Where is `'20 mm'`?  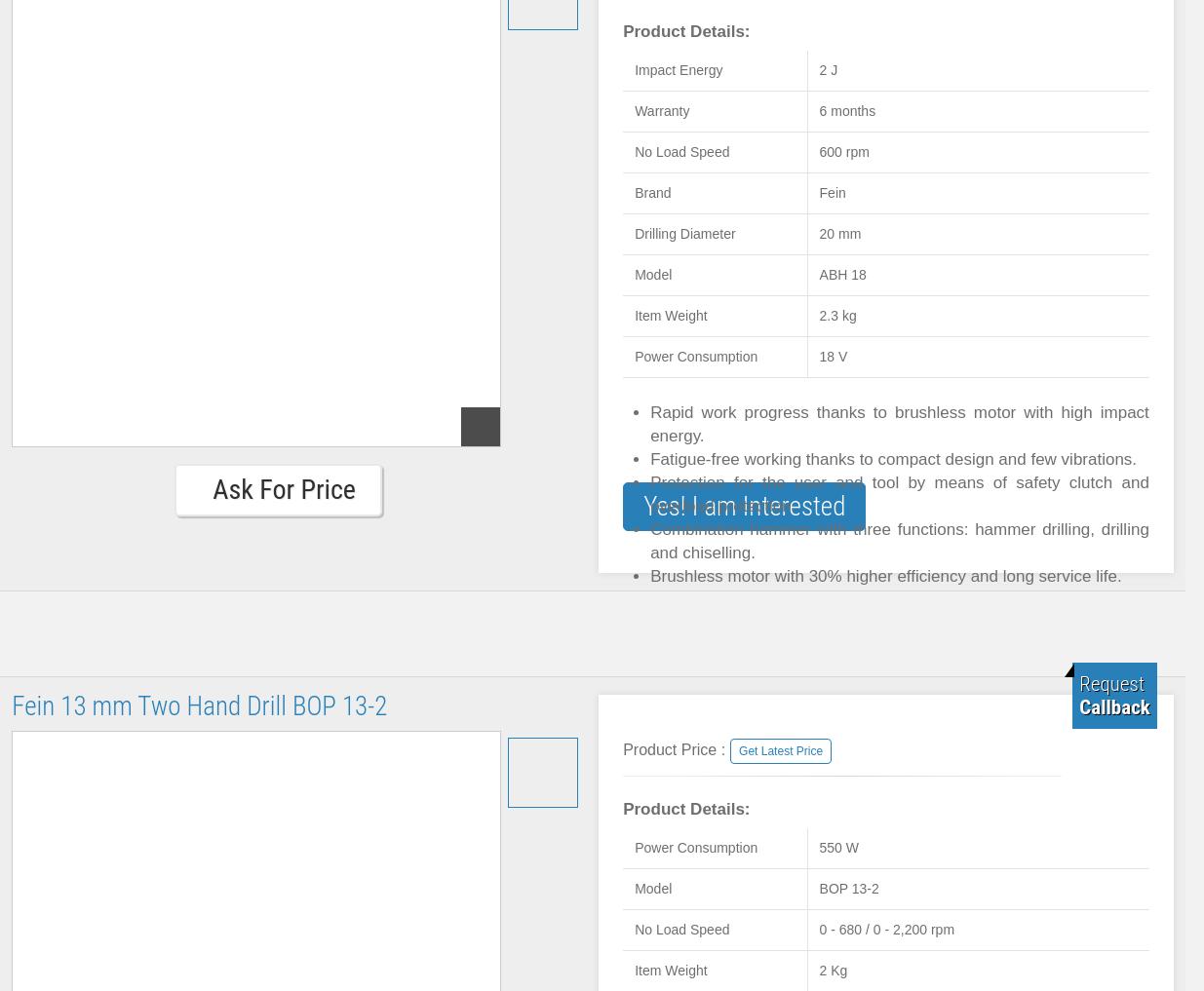
'20 mm' is located at coordinates (838, 233).